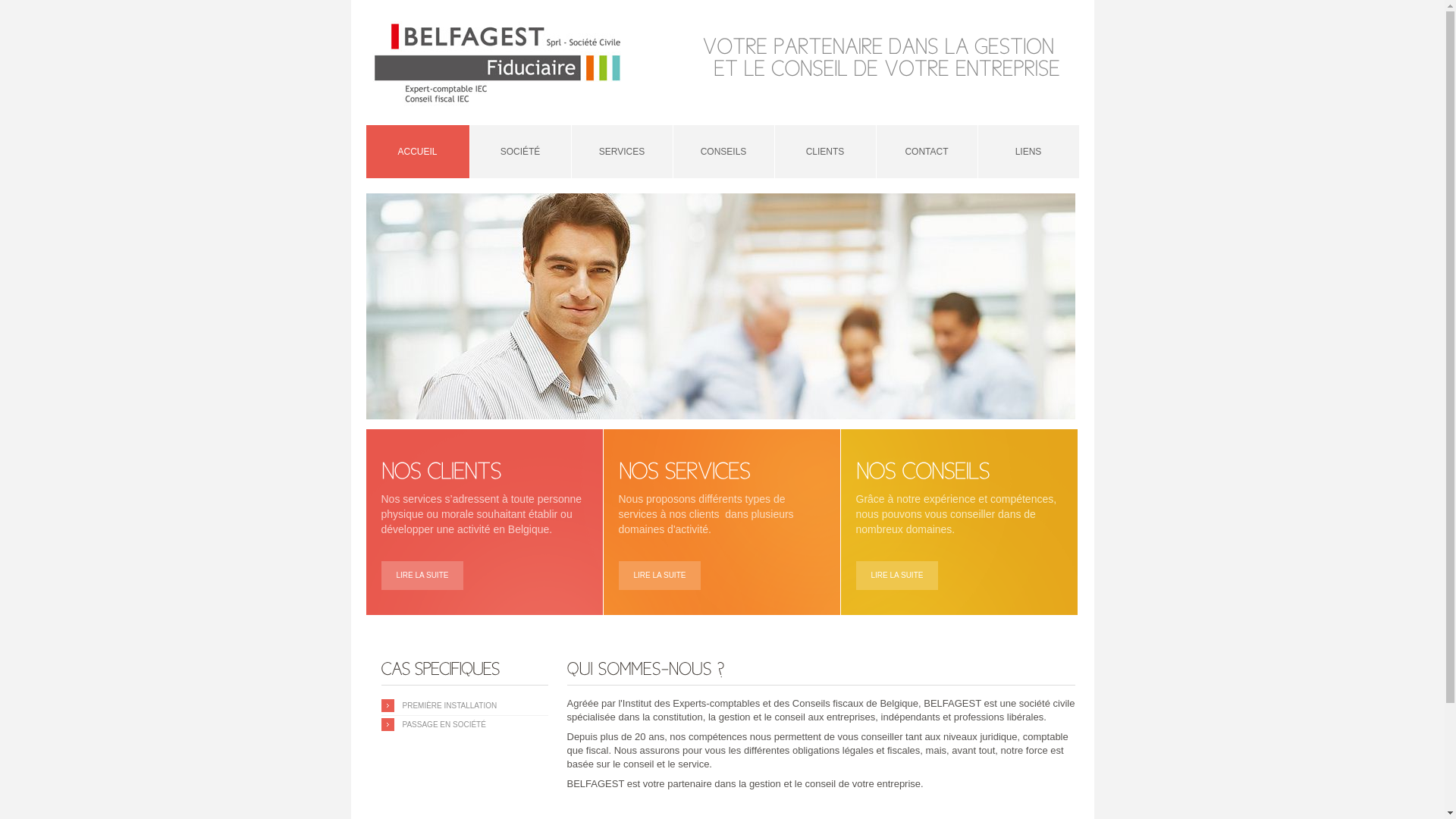 This screenshot has height=819, width=1456. What do you see at coordinates (877, 152) in the screenshot?
I see `'CONTACT'` at bounding box center [877, 152].